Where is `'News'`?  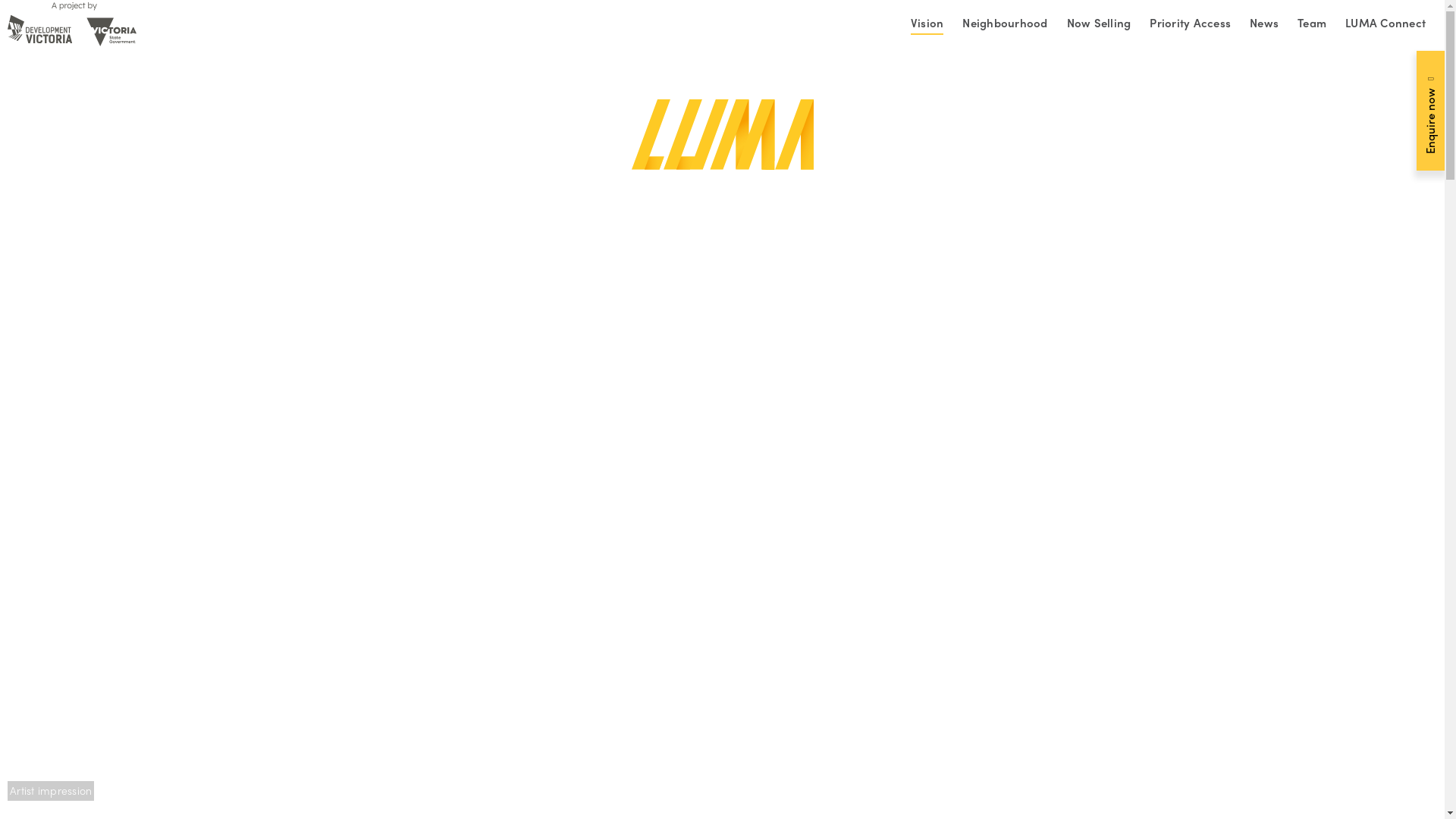 'News' is located at coordinates (1263, 25).